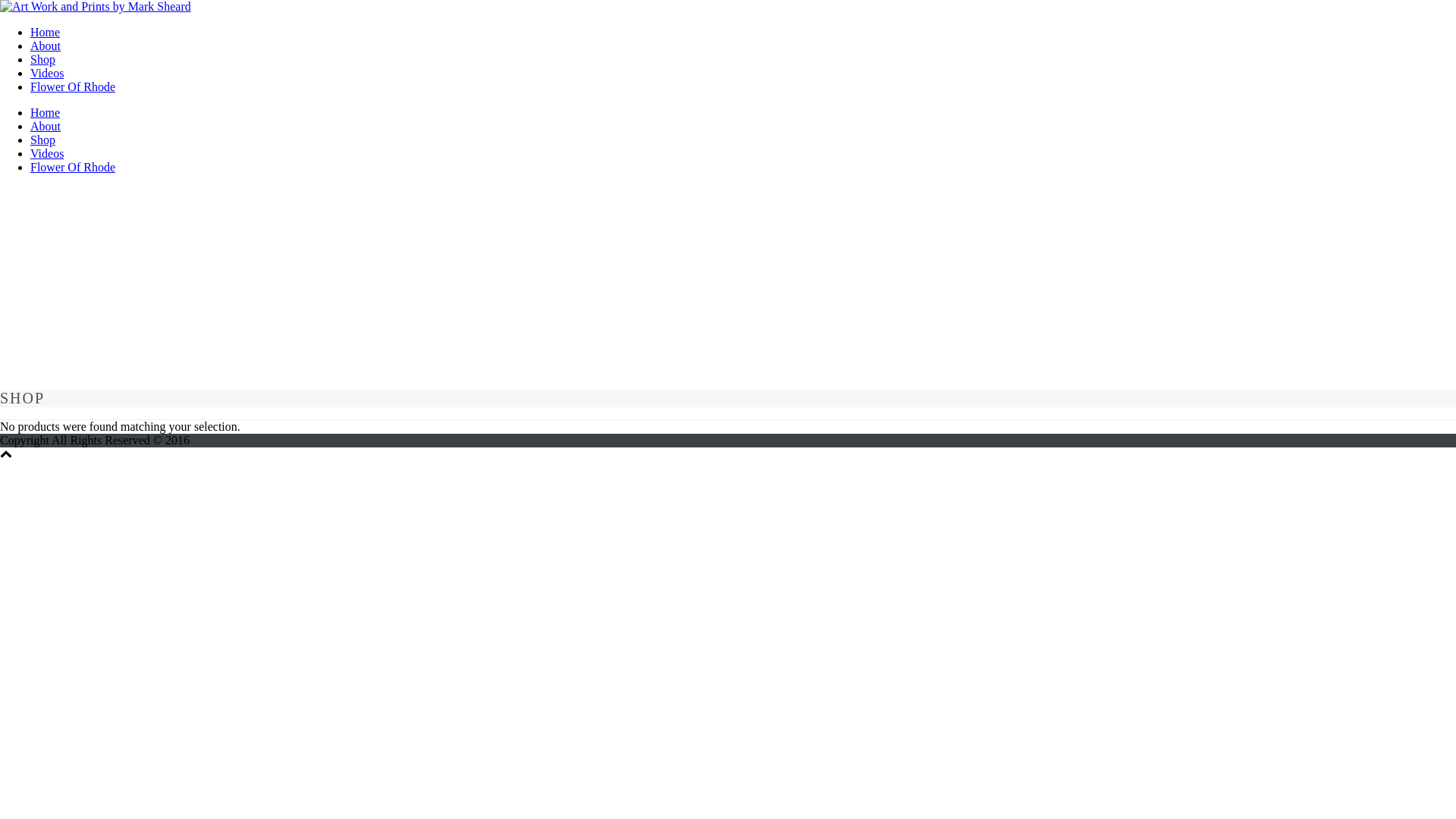 The height and width of the screenshot is (819, 1456). I want to click on 'About', so click(30, 125).